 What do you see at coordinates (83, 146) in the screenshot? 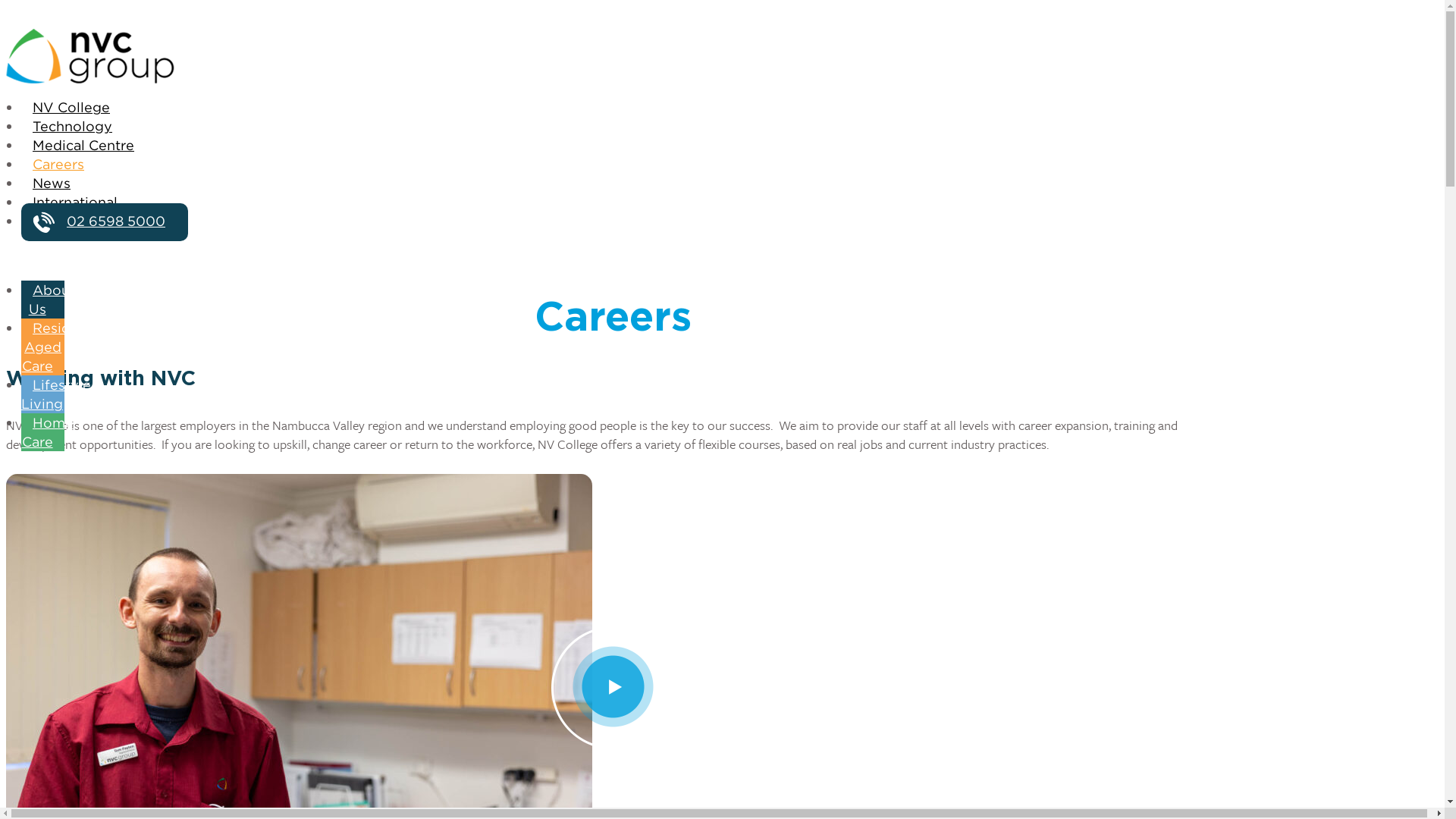
I see `'Medical Centre'` at bounding box center [83, 146].